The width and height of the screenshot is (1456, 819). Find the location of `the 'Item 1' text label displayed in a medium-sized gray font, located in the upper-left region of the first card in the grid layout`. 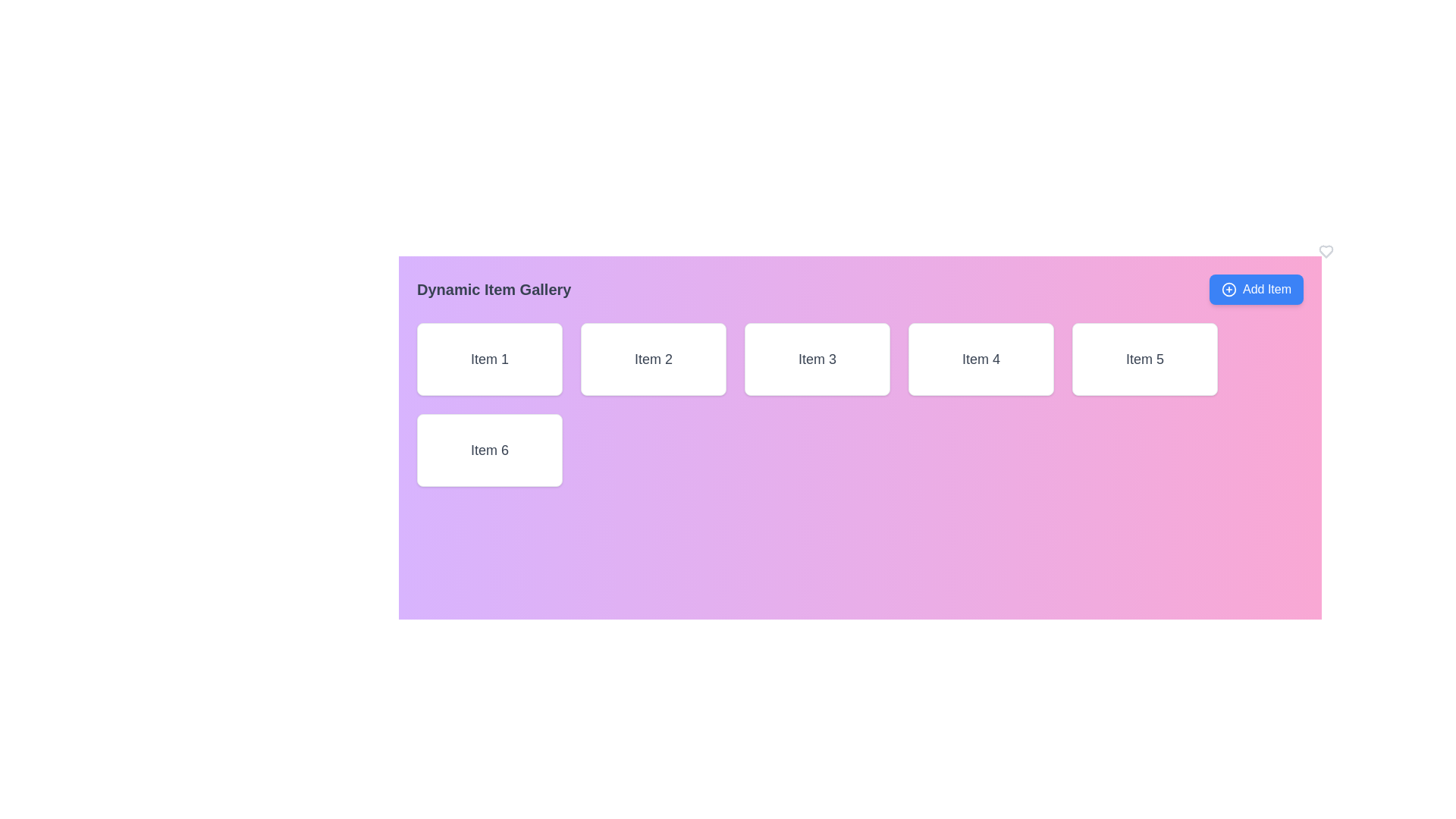

the 'Item 1' text label displayed in a medium-sized gray font, located in the upper-left region of the first card in the grid layout is located at coordinates (490, 359).